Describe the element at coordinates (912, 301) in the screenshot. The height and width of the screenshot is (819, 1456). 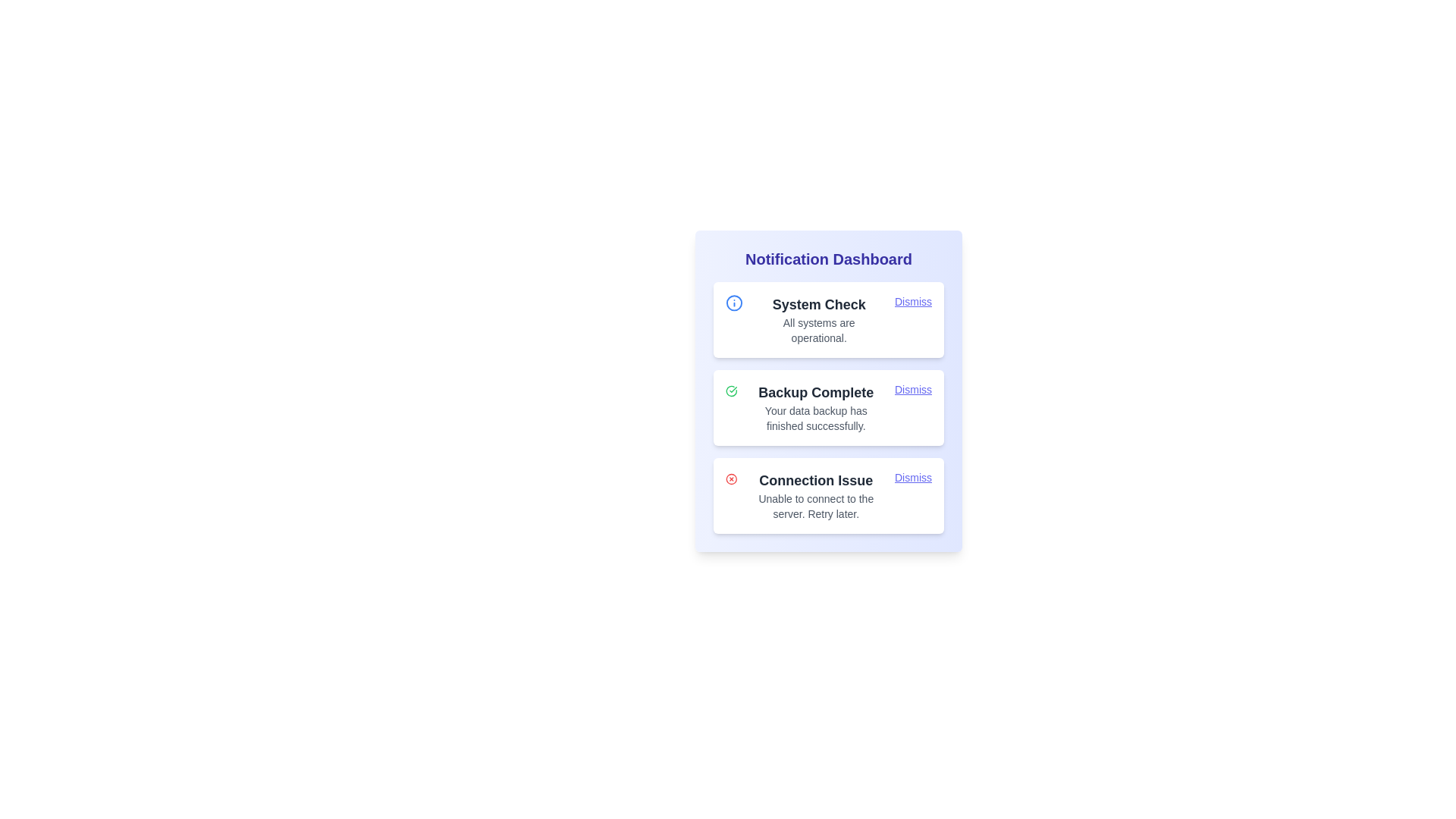
I see `the 'Dismiss' button associated with the 'System Check' notification` at that location.